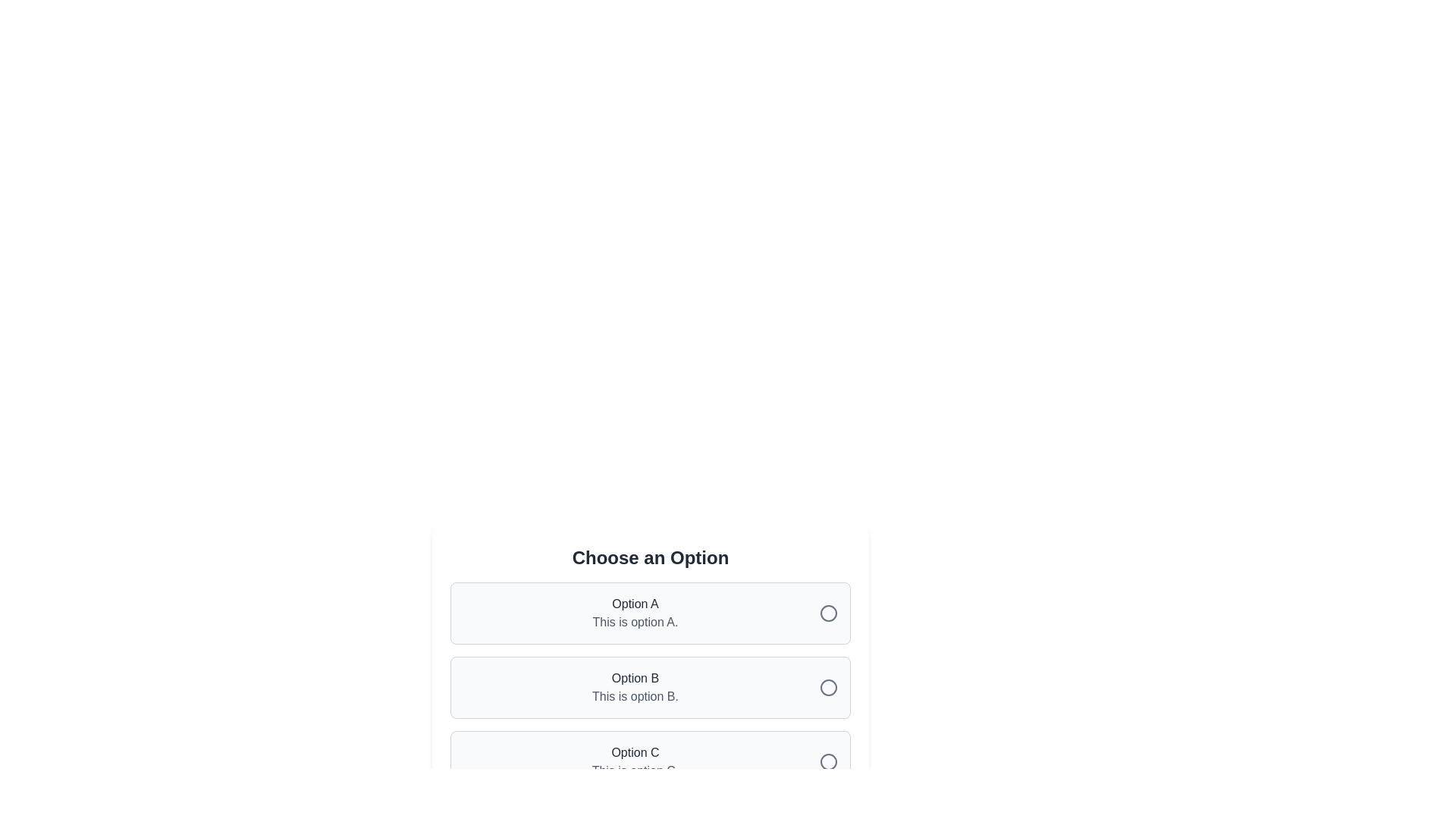 The width and height of the screenshot is (1456, 819). Describe the element at coordinates (635, 752) in the screenshot. I see `the static text label for the 'Option C' section, which serves as the title for this choice` at that location.